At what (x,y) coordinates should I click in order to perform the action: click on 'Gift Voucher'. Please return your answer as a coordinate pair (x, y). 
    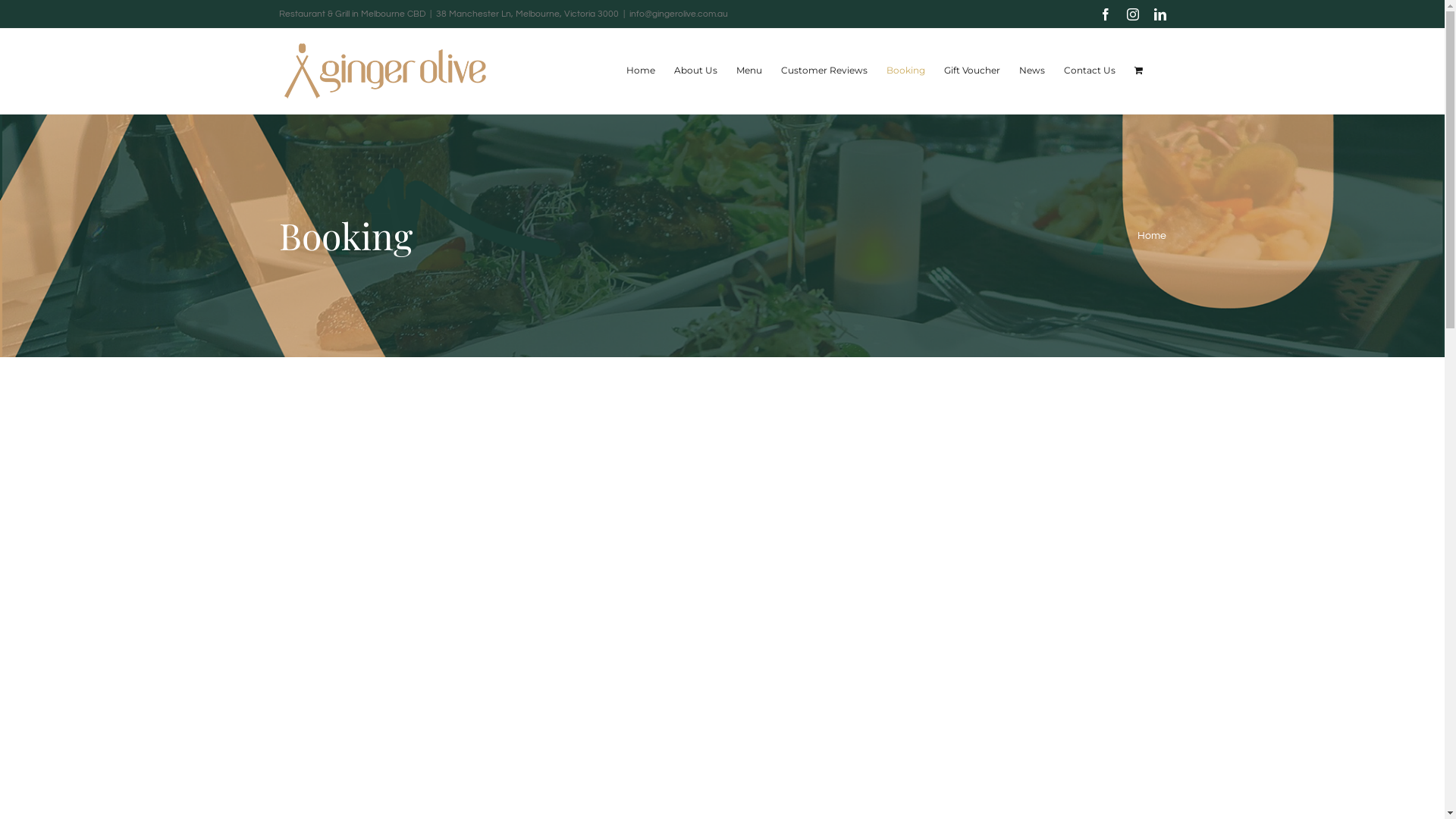
    Looking at the image, I should click on (971, 70).